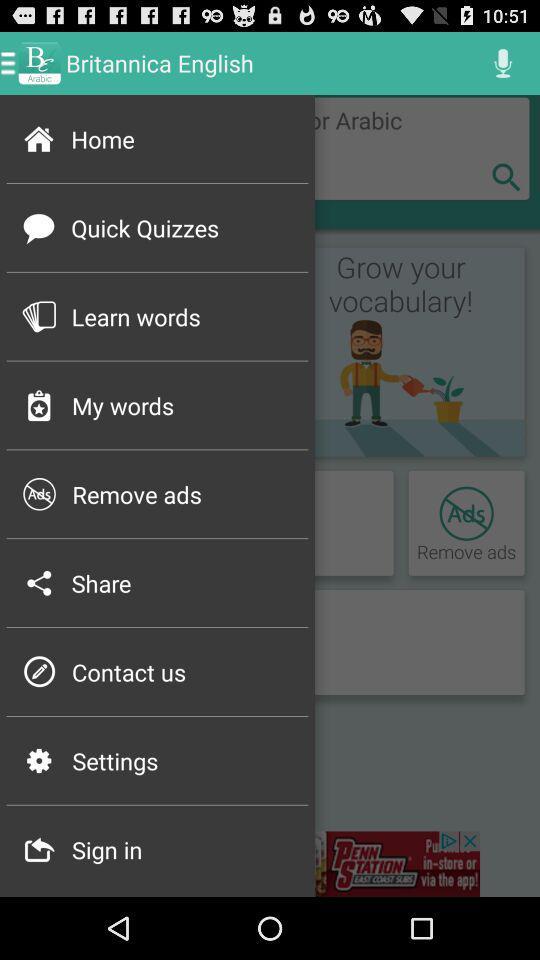 The width and height of the screenshot is (540, 960). Describe the element at coordinates (268, 147) in the screenshot. I see `home page` at that location.